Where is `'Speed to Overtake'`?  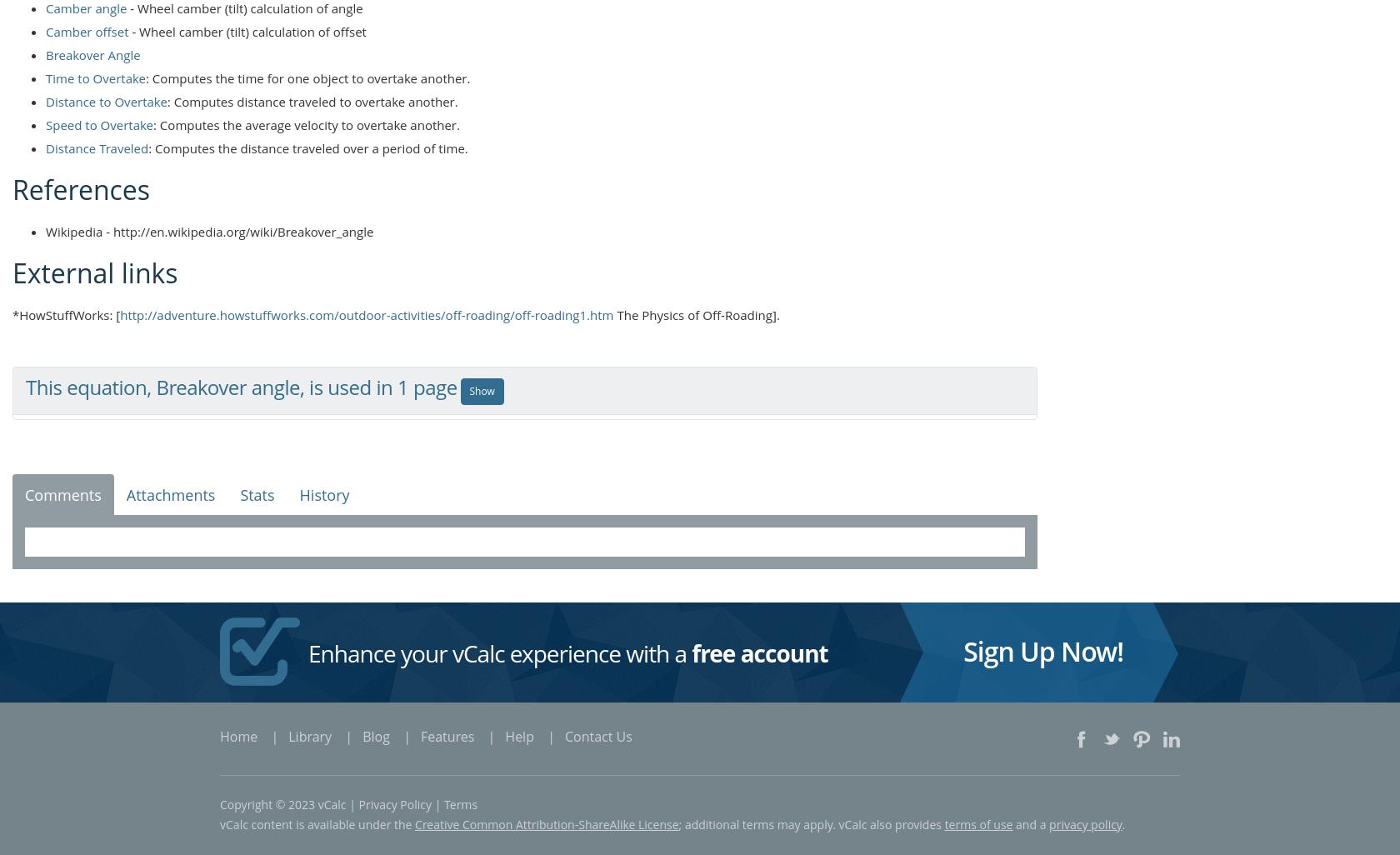 'Speed to Overtake' is located at coordinates (98, 123).